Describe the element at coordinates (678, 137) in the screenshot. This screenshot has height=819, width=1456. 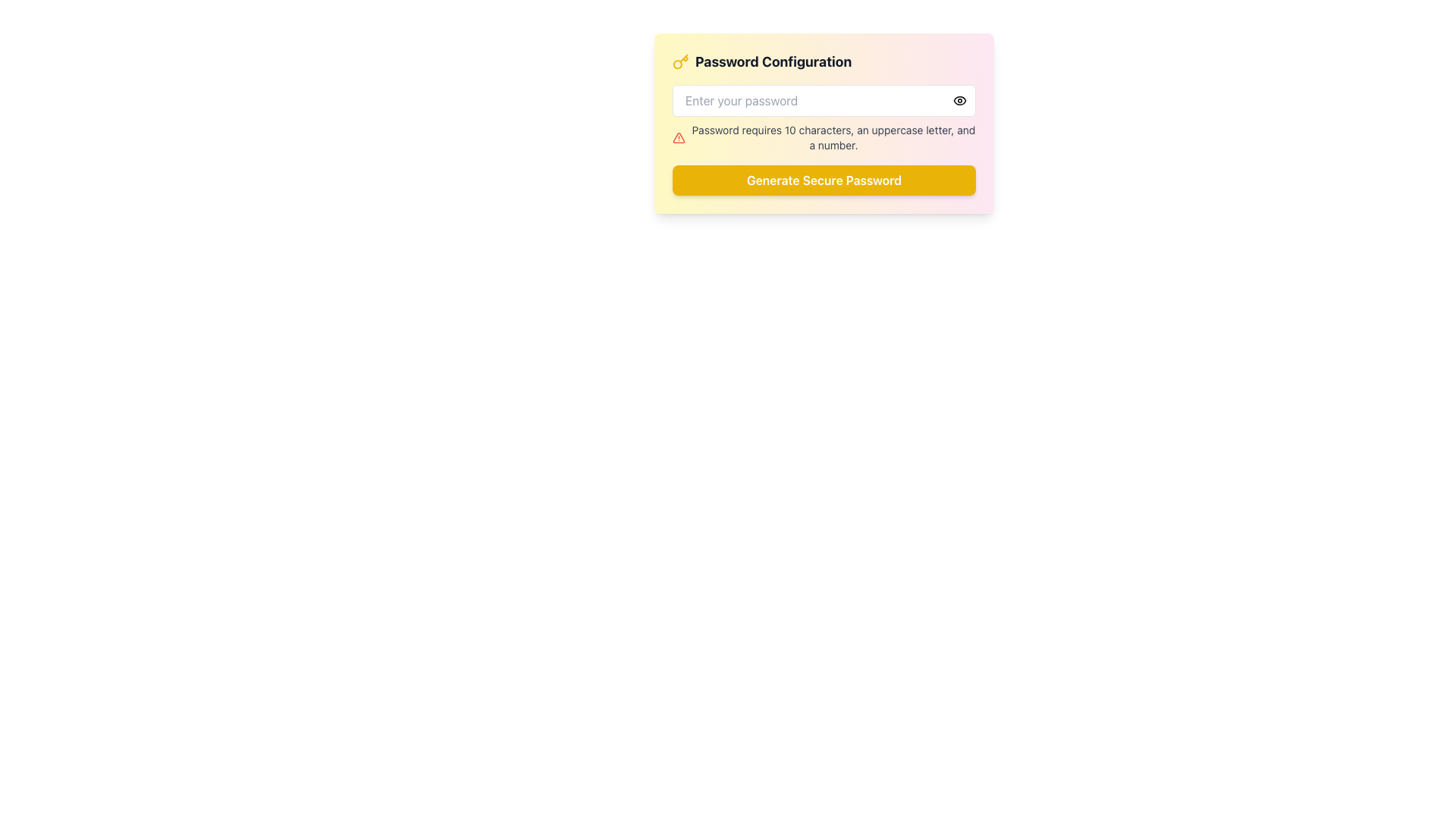
I see `the alert icon that indicates unmet password requirements, positioned to the left of the message text about password criteria` at that location.